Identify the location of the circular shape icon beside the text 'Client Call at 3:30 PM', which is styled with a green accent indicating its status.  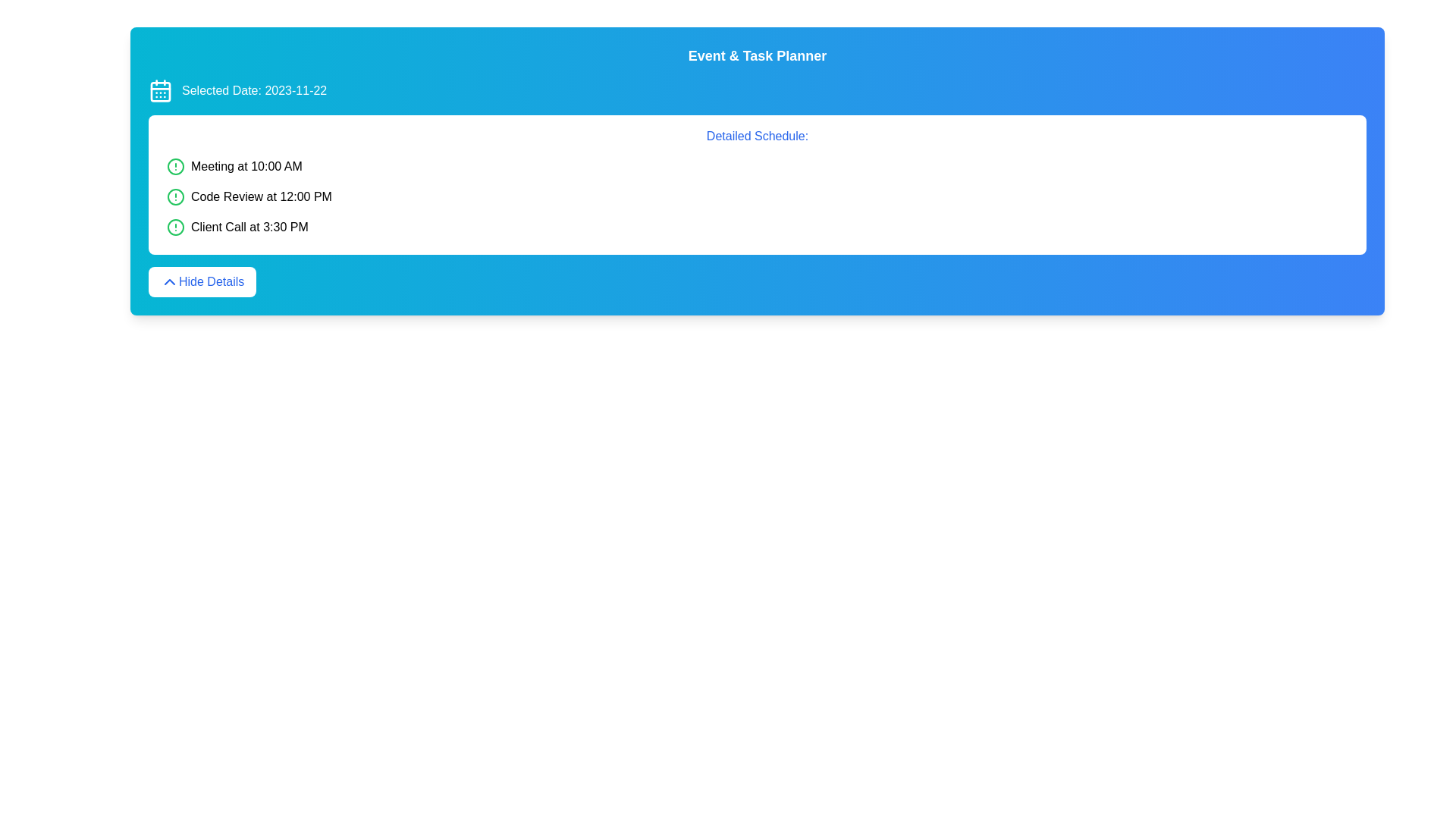
(175, 227).